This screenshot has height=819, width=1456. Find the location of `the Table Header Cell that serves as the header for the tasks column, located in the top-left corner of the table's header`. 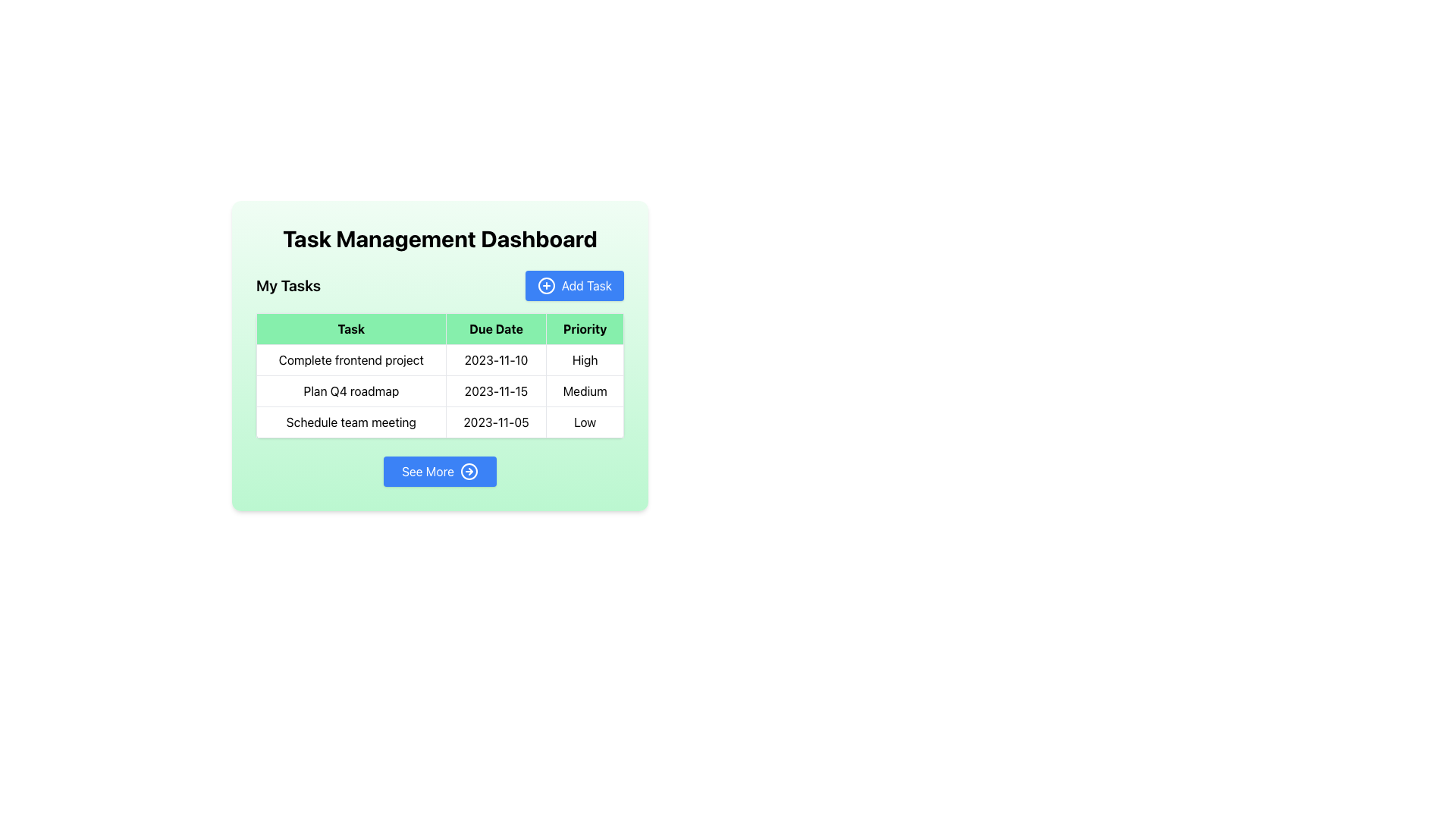

the Table Header Cell that serves as the header for the tasks column, located in the top-left corner of the table's header is located at coordinates (350, 328).